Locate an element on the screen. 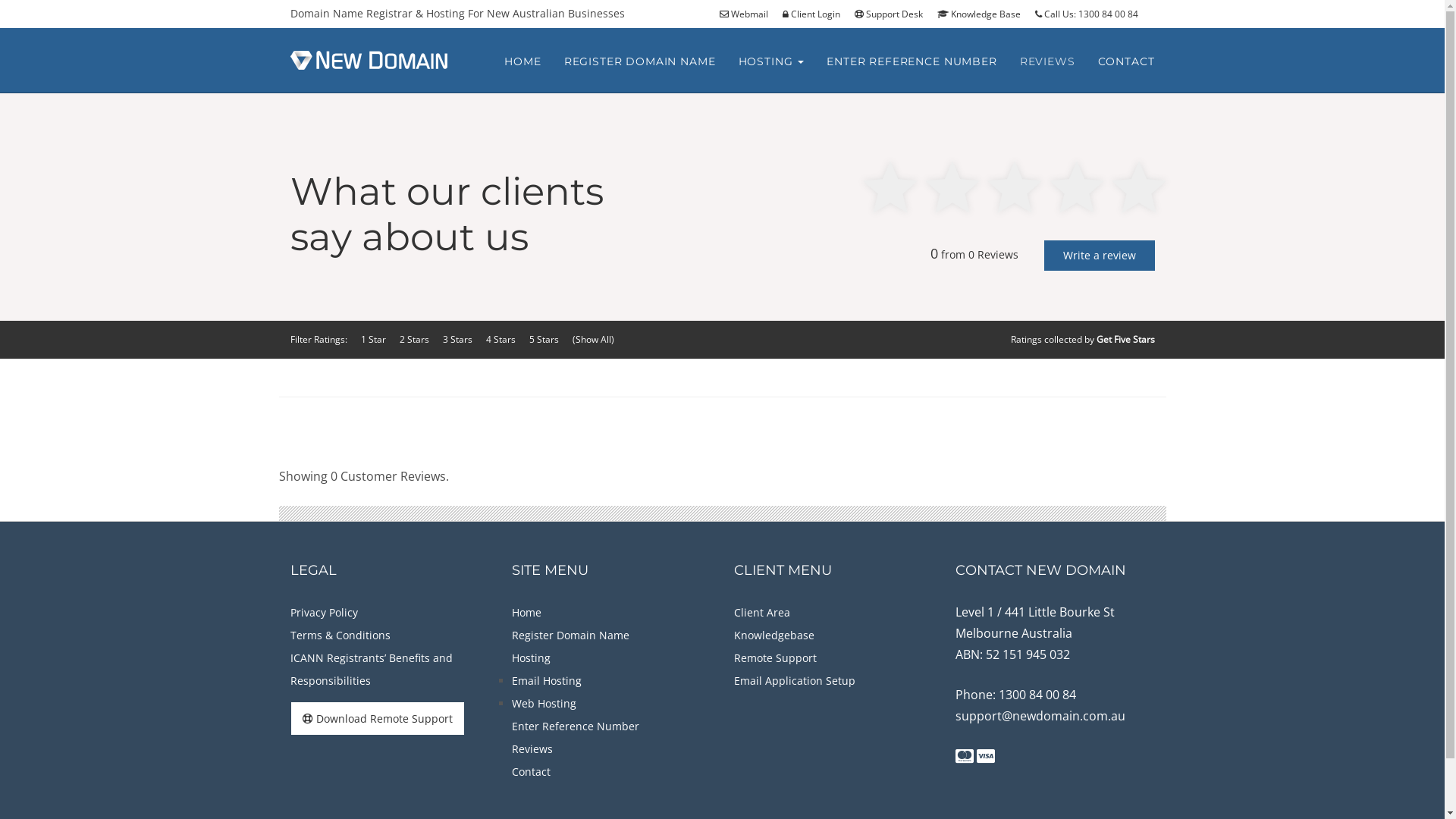  'Privacy Policy' is located at coordinates (322, 611).